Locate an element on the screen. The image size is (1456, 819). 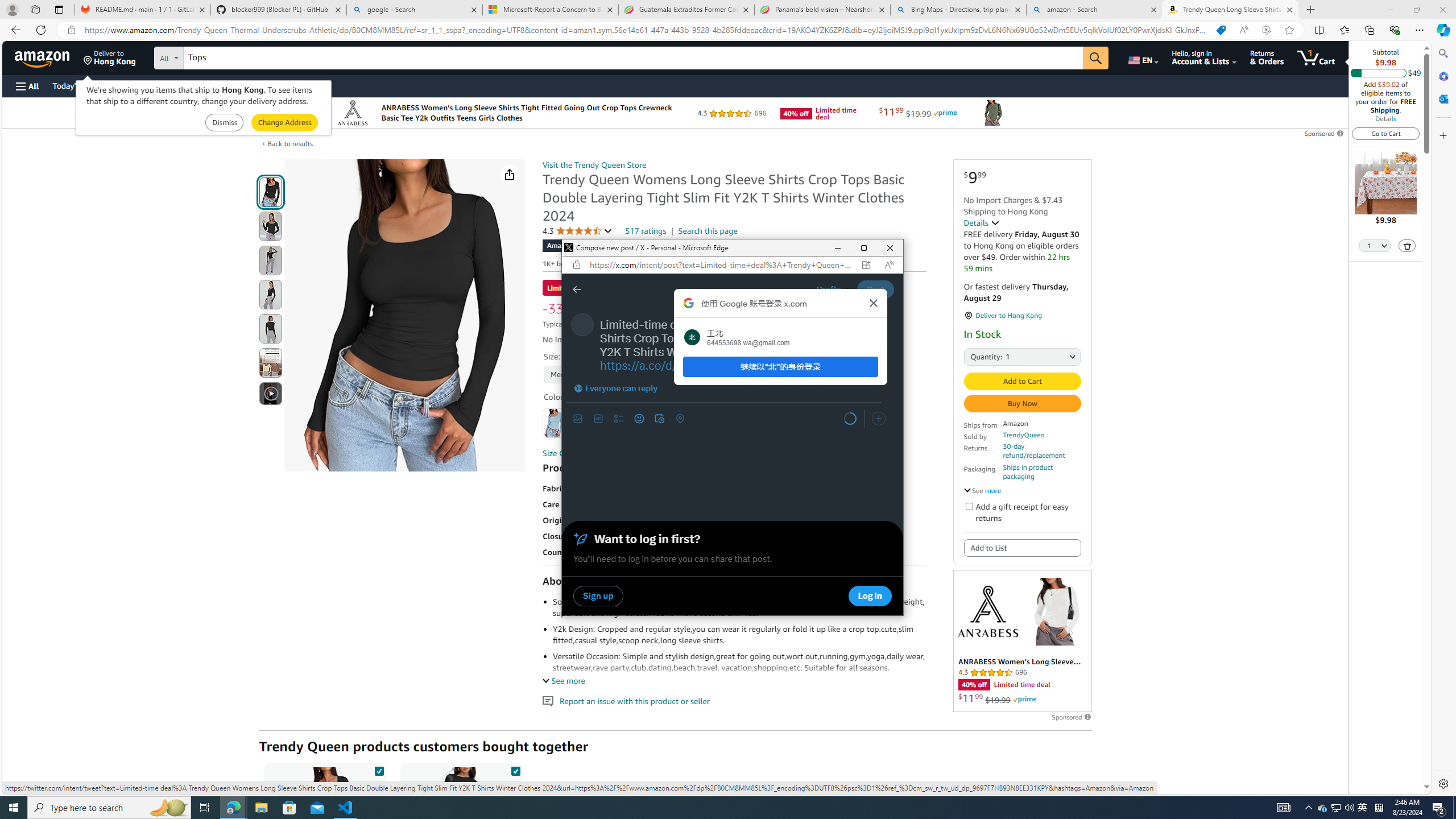
'Quantity:' is located at coordinates (976, 355).